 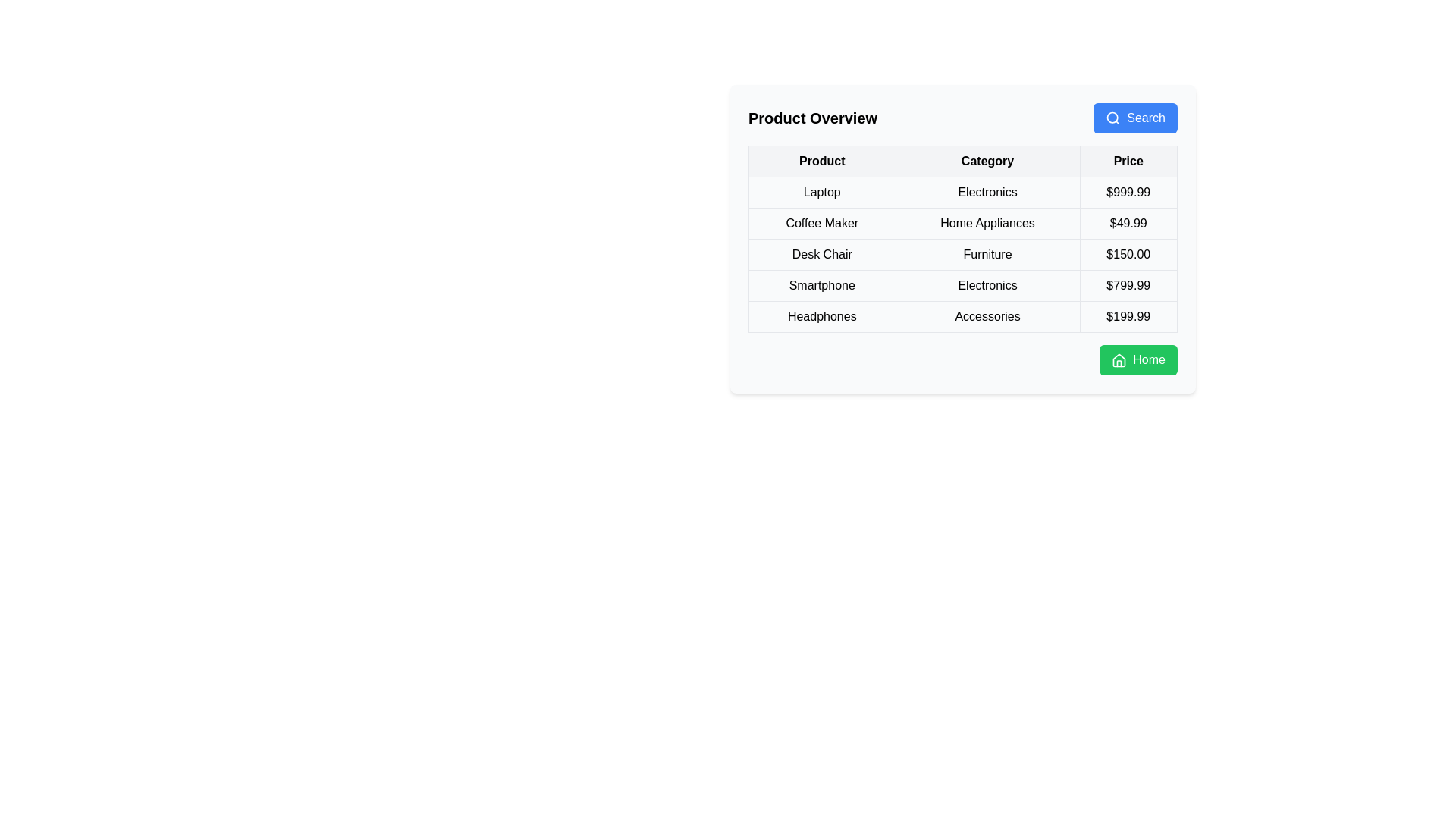 What do you see at coordinates (1119, 360) in the screenshot?
I see `the 'Home' button icon located at the bottom-right corner of the interface, which visually represents navigation to the home page` at bounding box center [1119, 360].